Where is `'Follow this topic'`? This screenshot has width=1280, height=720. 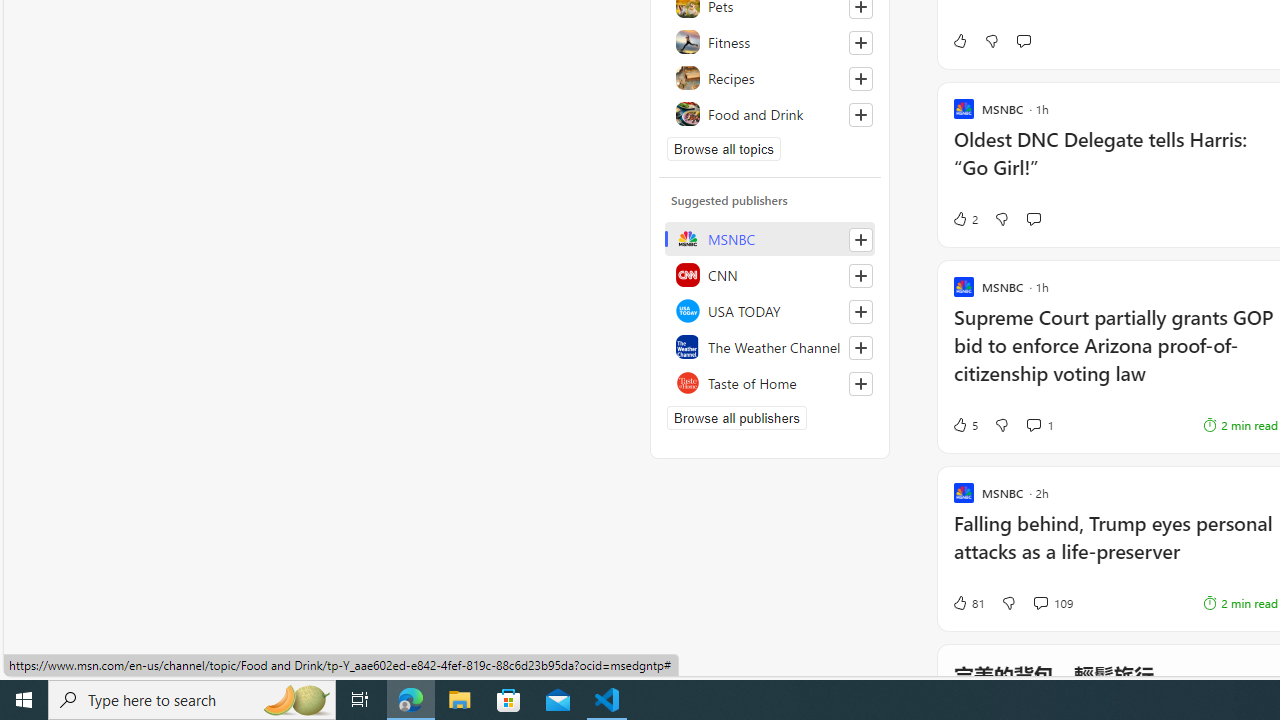 'Follow this topic' is located at coordinates (860, 114).